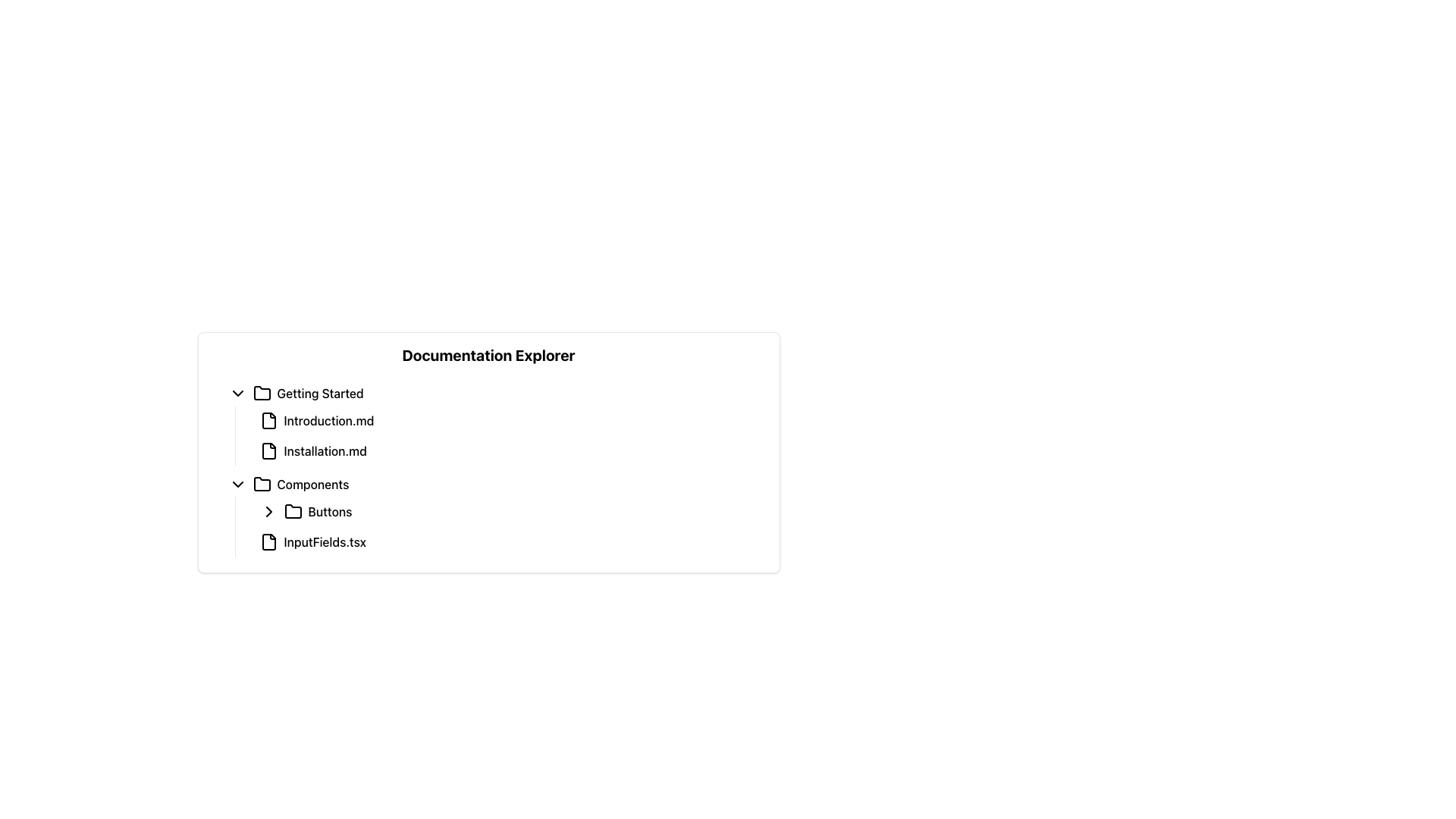 The height and width of the screenshot is (819, 1456). What do you see at coordinates (293, 512) in the screenshot?
I see `the folder icon located to the left of the text 'Buttons'` at bounding box center [293, 512].